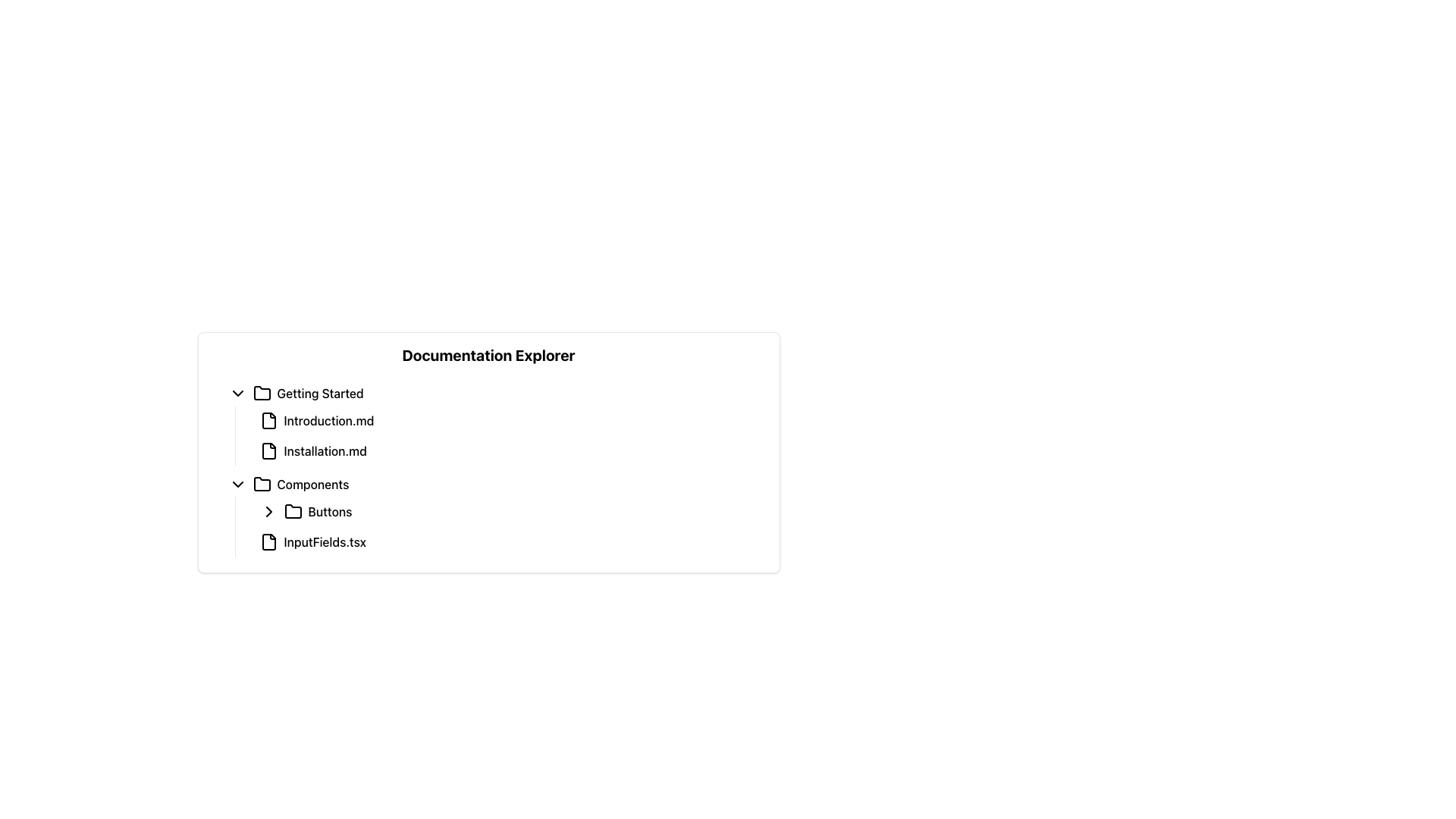 The height and width of the screenshot is (819, 1456). What do you see at coordinates (293, 512) in the screenshot?
I see `the folder icon located to the left of the text 'Buttons'` at bounding box center [293, 512].